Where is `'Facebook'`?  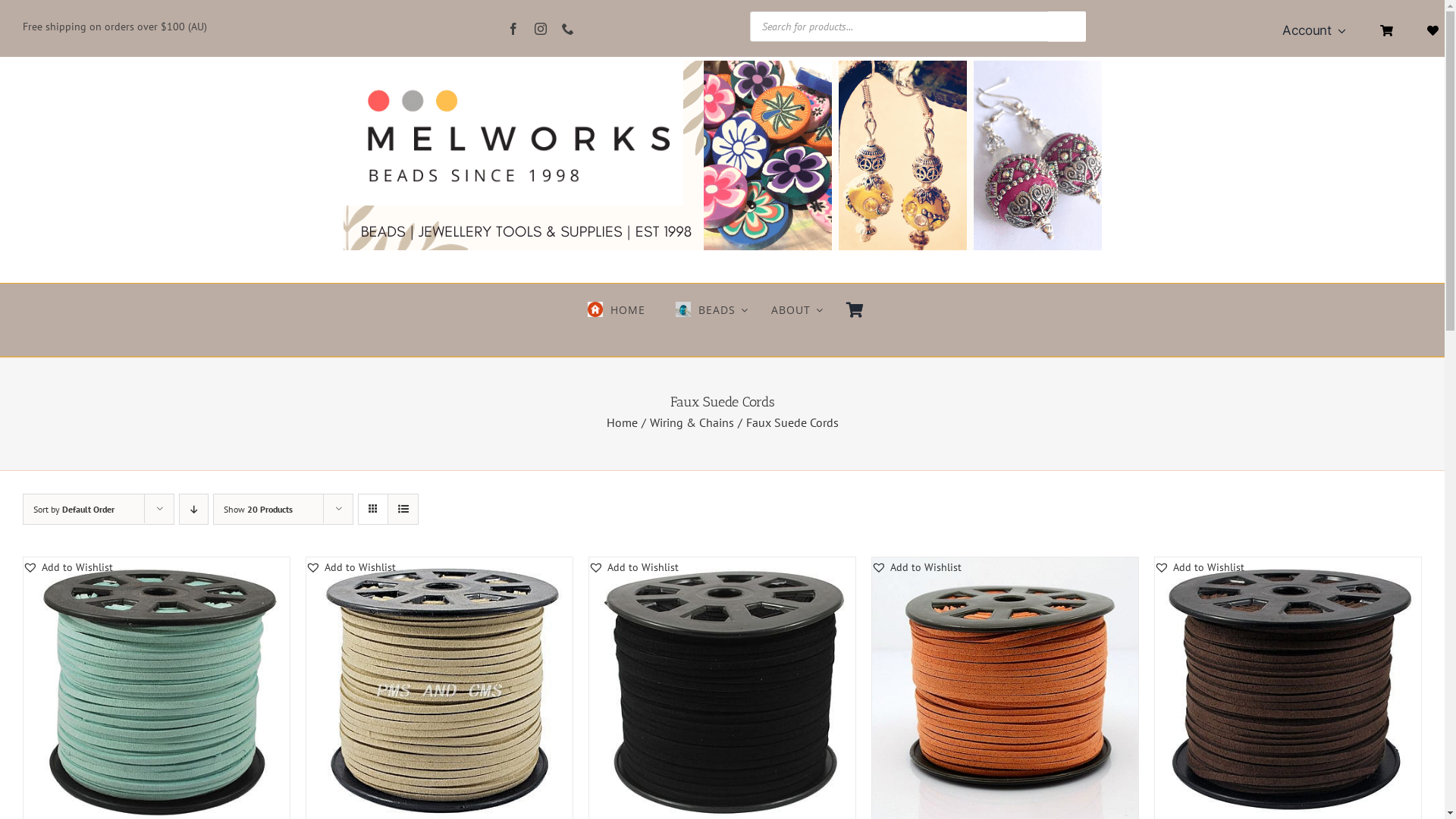 'Facebook' is located at coordinates (513, 29).